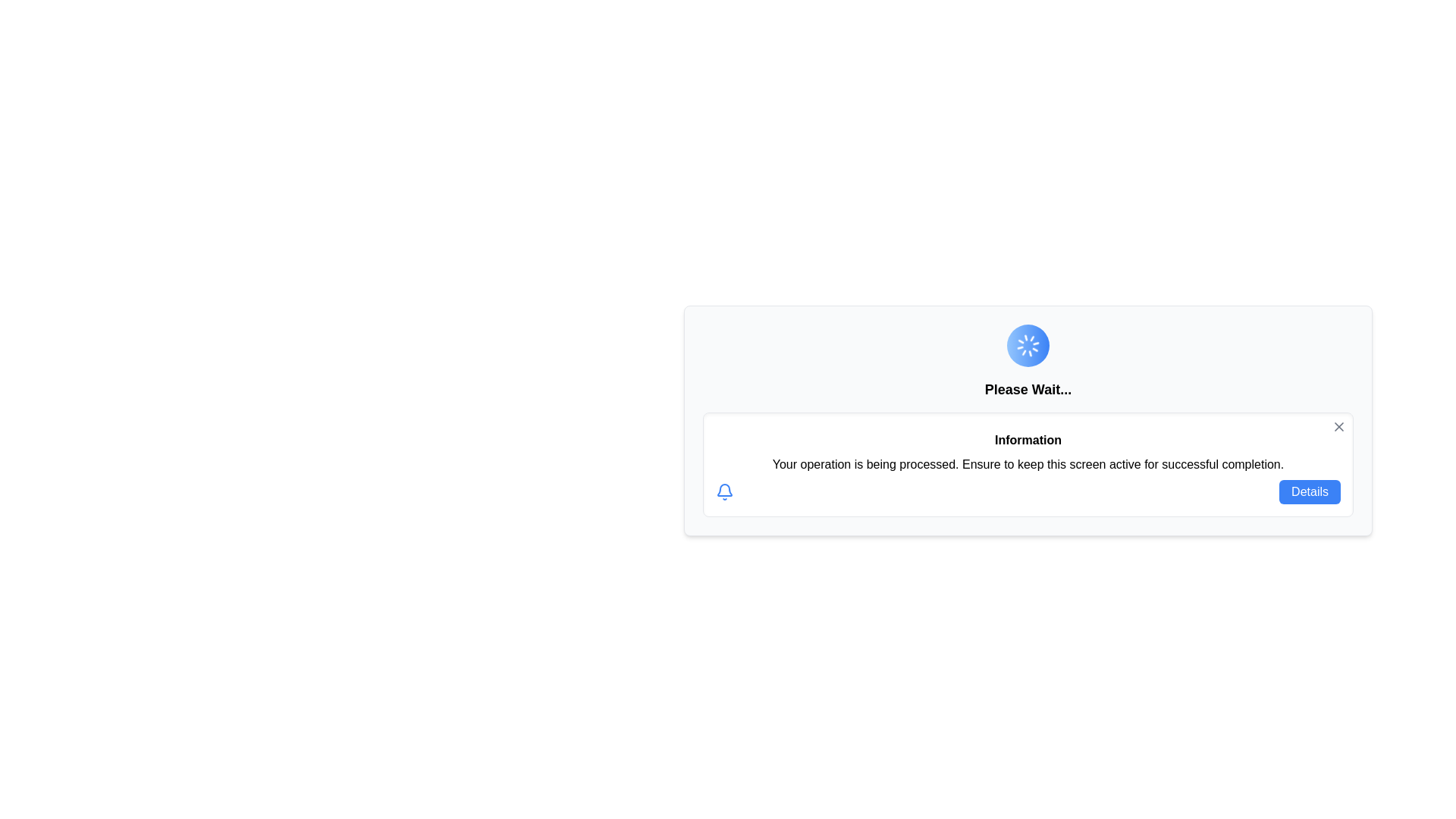 This screenshot has width=1456, height=819. What do you see at coordinates (1028, 388) in the screenshot?
I see `the Text Label displaying 'Please Wait...' which is styled in bold font and positioned within a light gray rounded rectangular background, indicating a loading status` at bounding box center [1028, 388].